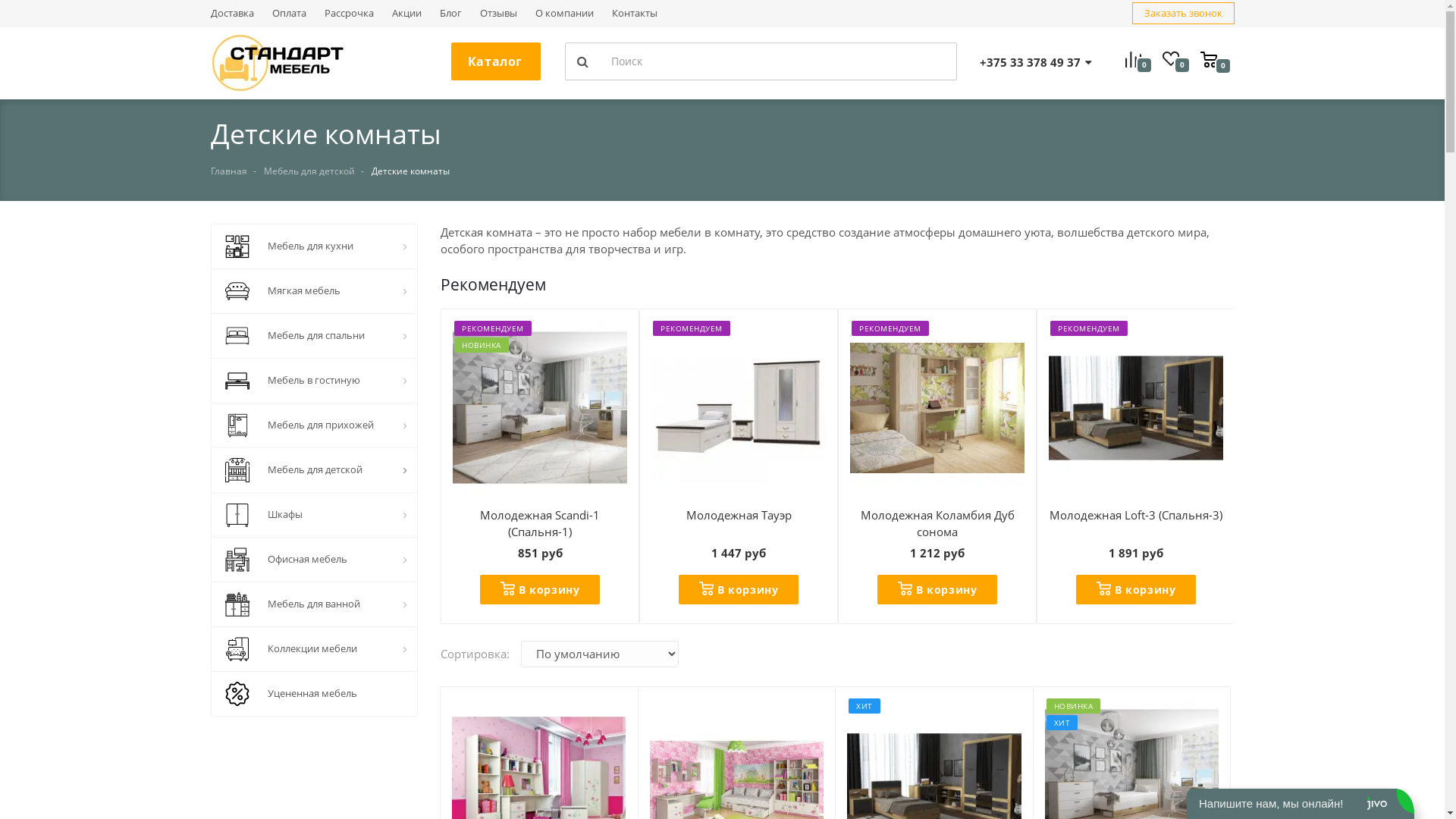 This screenshot has width=1456, height=819. Describe the element at coordinates (1215, 58) in the screenshot. I see `'0'` at that location.